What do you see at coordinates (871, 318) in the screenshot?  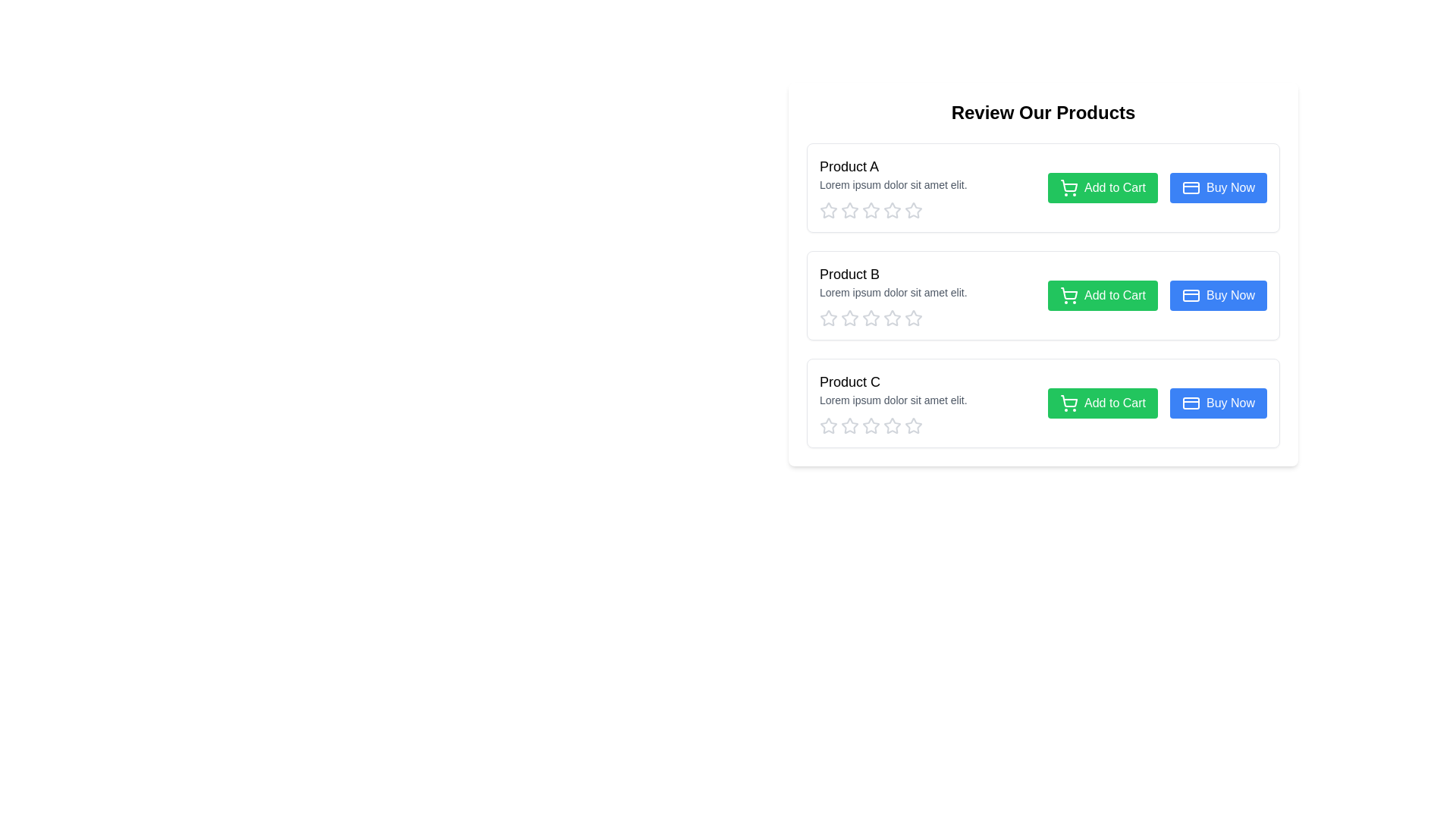 I see `the fourth star-shaped rating icon in the second product card of the 'Review Our Products' section to rate it` at bounding box center [871, 318].